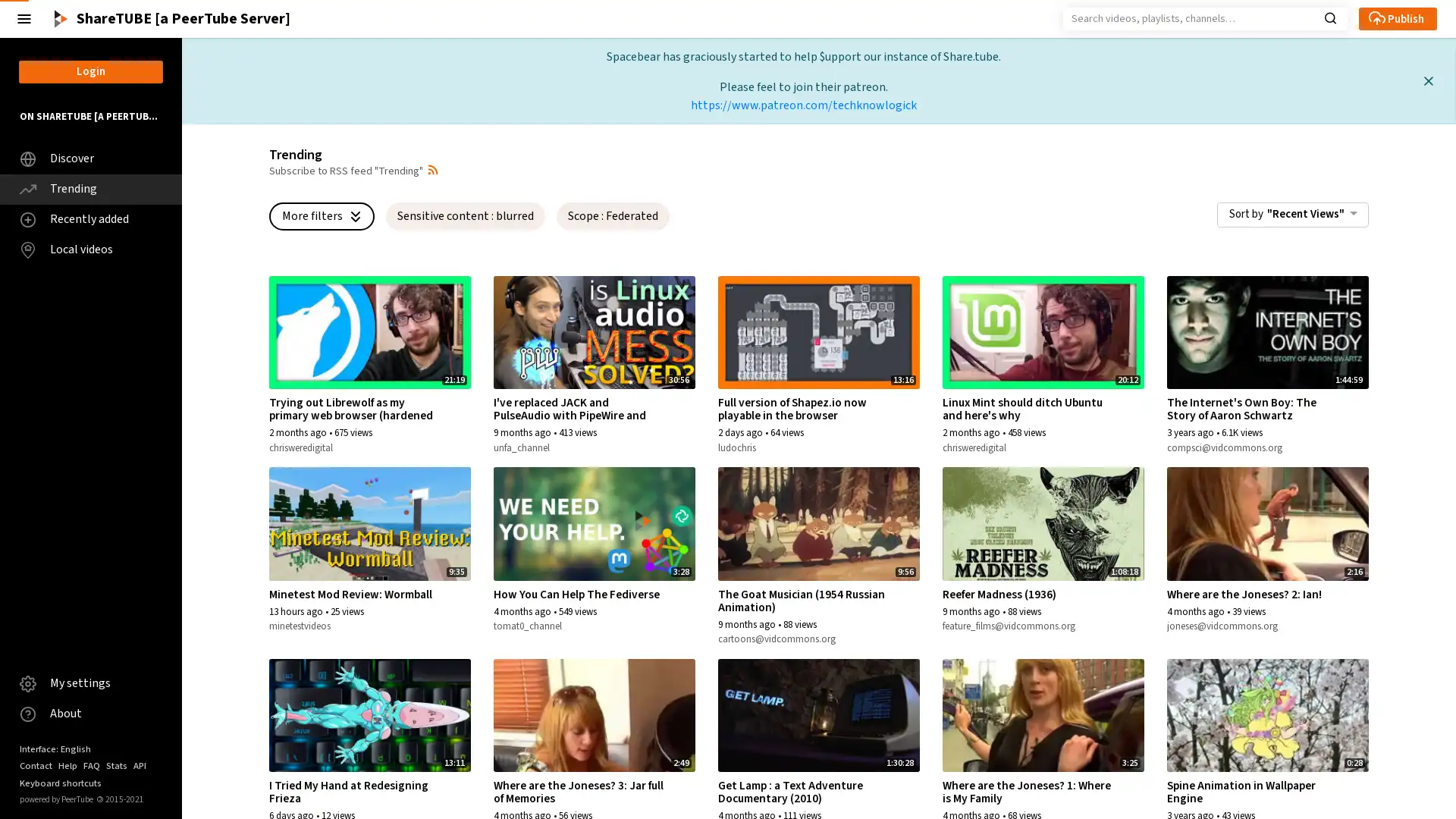  What do you see at coordinates (1329, 17) in the screenshot?
I see `Search` at bounding box center [1329, 17].